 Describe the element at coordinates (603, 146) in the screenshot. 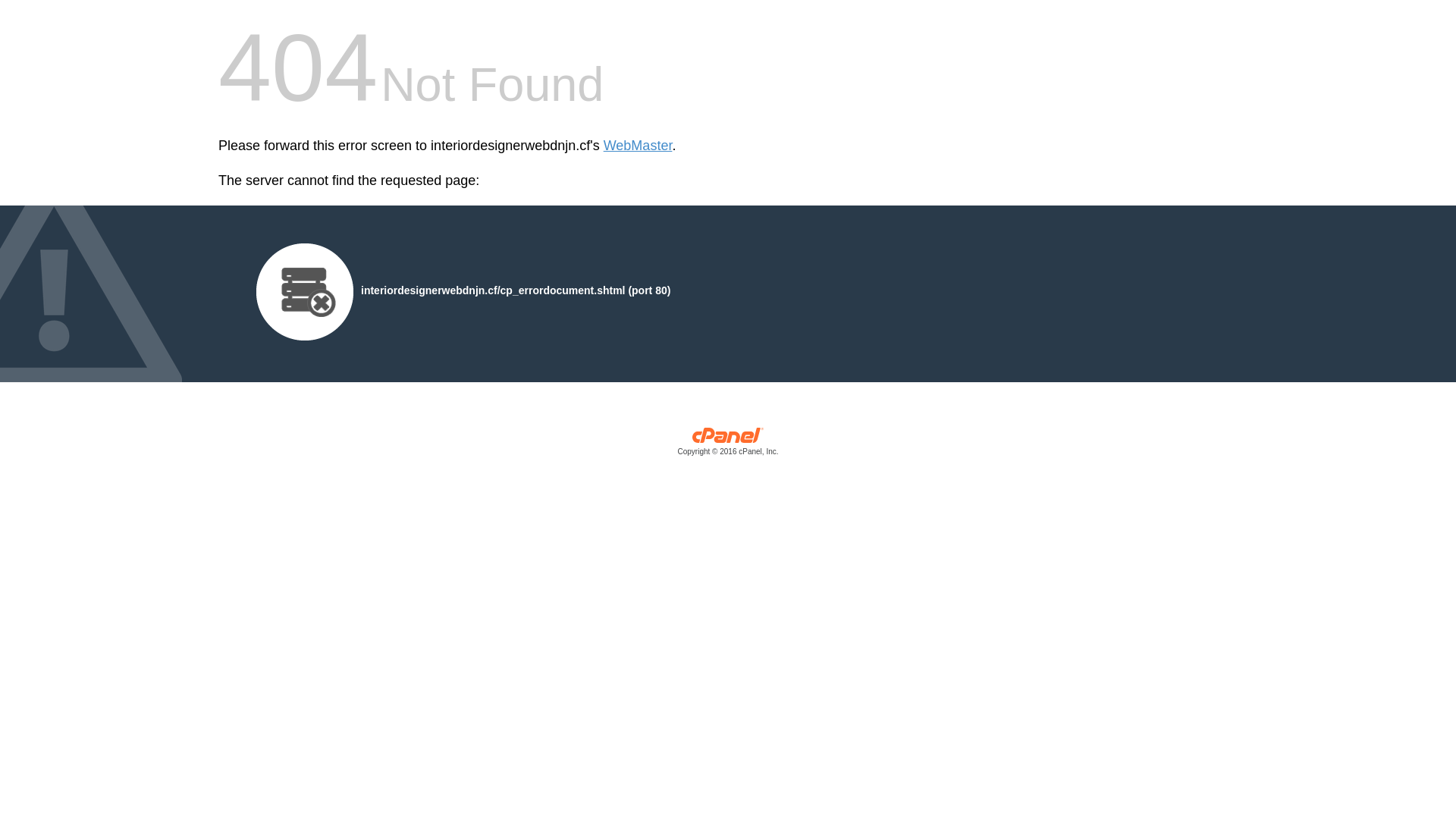

I see `'WebMaster'` at that location.